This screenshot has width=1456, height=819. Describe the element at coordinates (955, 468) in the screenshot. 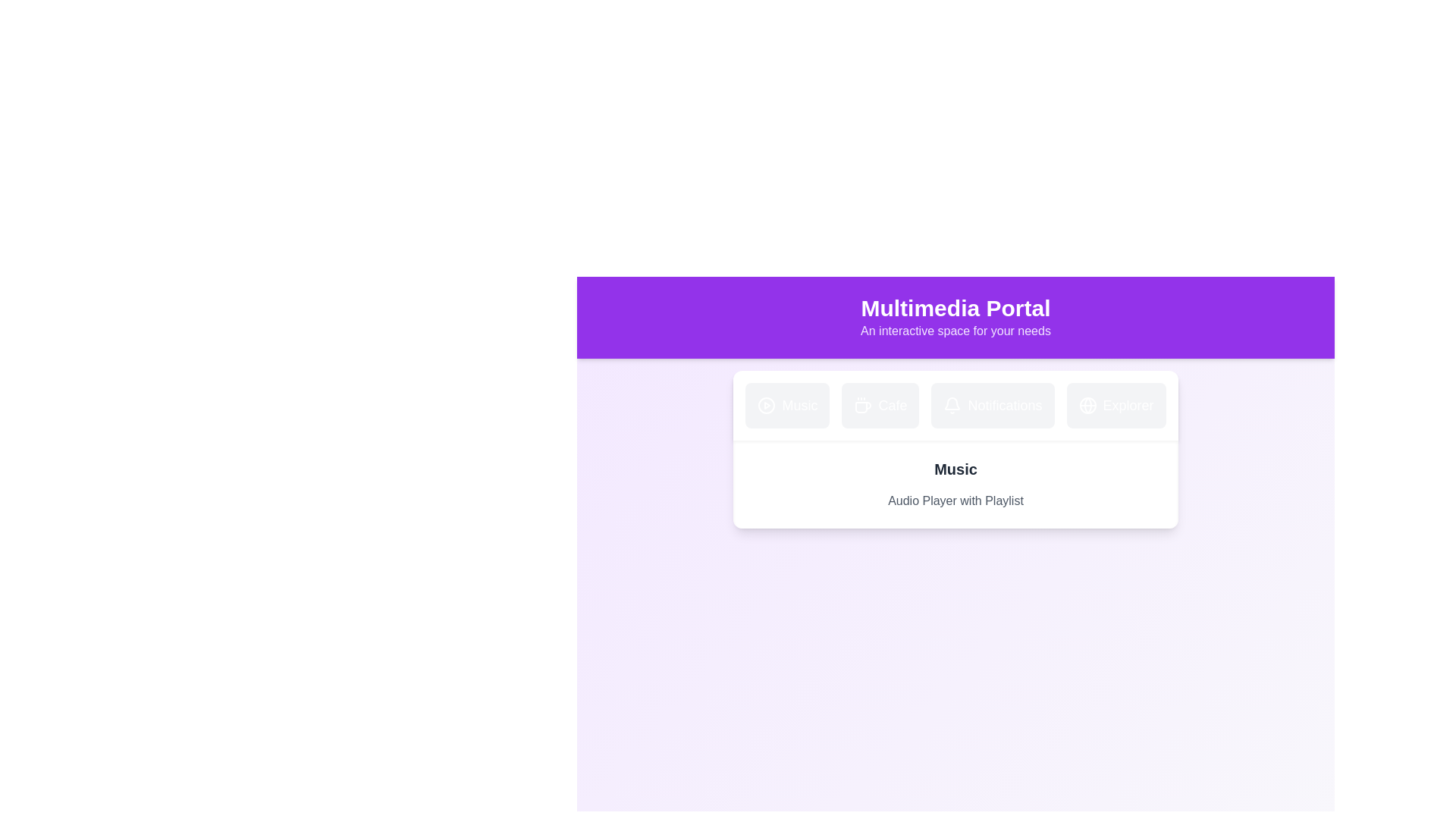

I see `text label that serves as a heading for the music section, positioned above the subtext 'Audio Player with Playlist'` at that location.